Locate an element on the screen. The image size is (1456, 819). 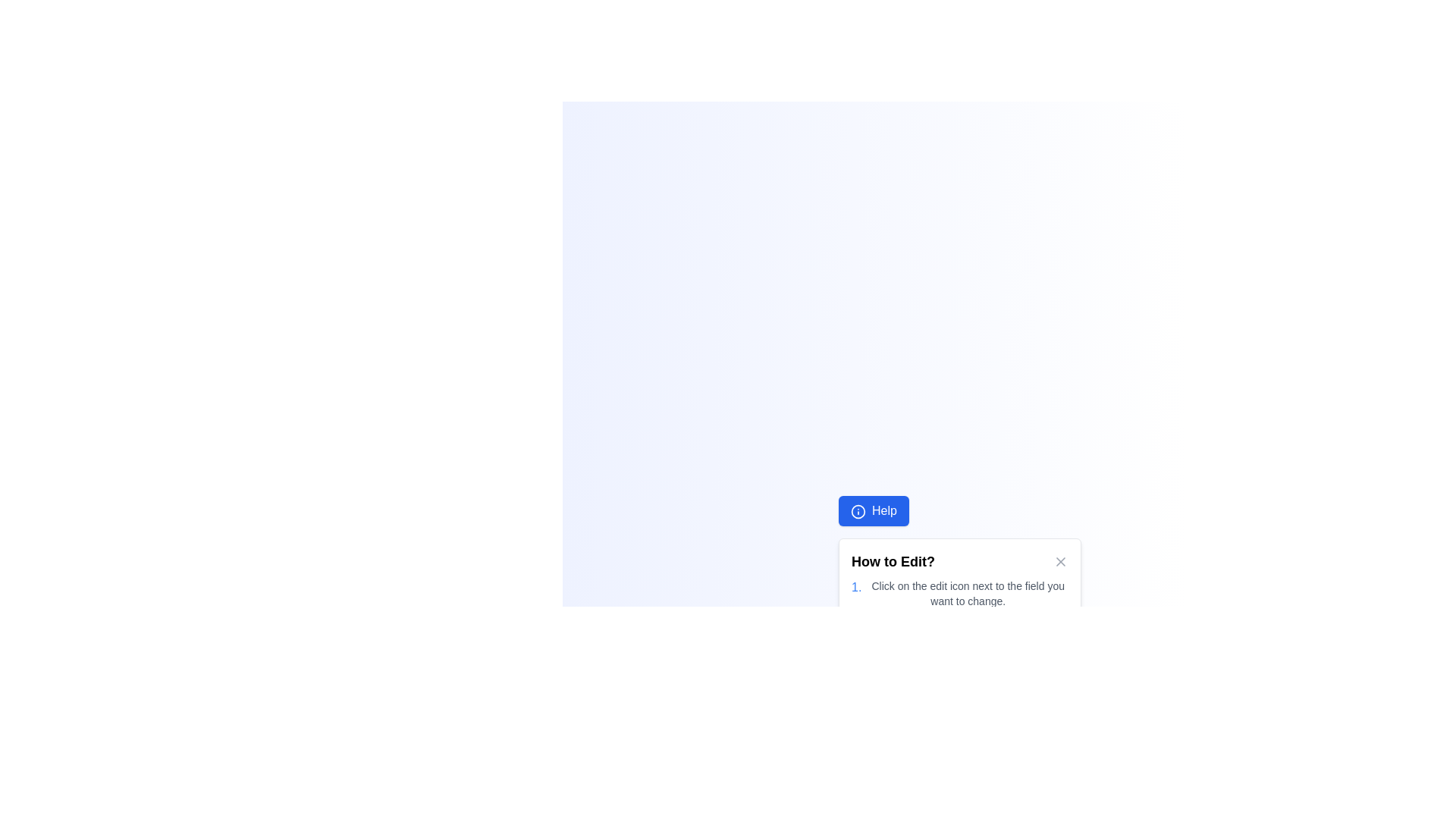
instructional text located at the bottom-right corner of the pop-up help section, which guides users on the first step in editing a field by interacting with an edit icon is located at coordinates (959, 593).